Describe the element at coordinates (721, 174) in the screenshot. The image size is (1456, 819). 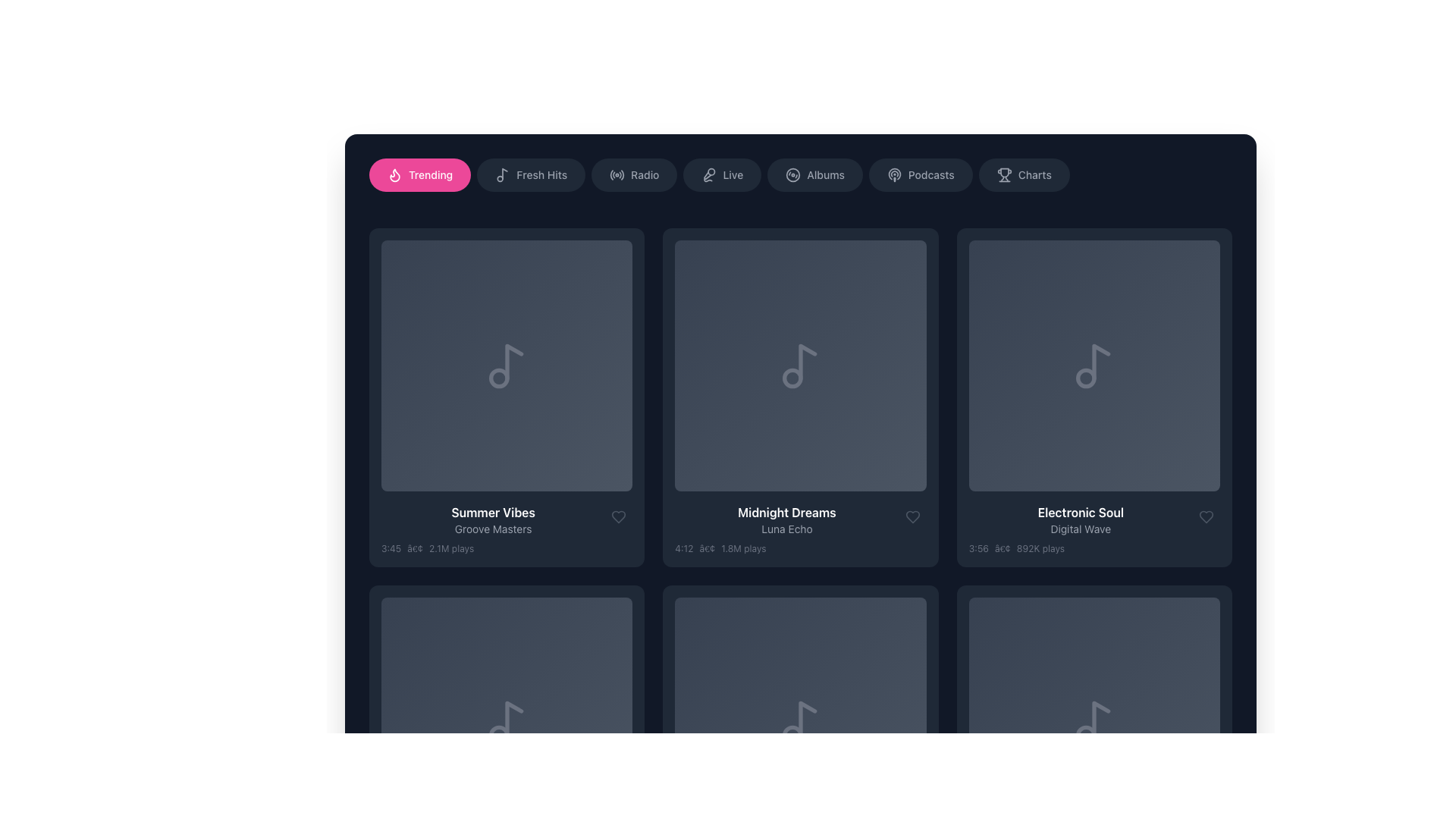
I see `the 'Live' button, which is the fourth button from the left in a horizontal row, located between the 'Radio' and 'Albums' buttons` at that location.